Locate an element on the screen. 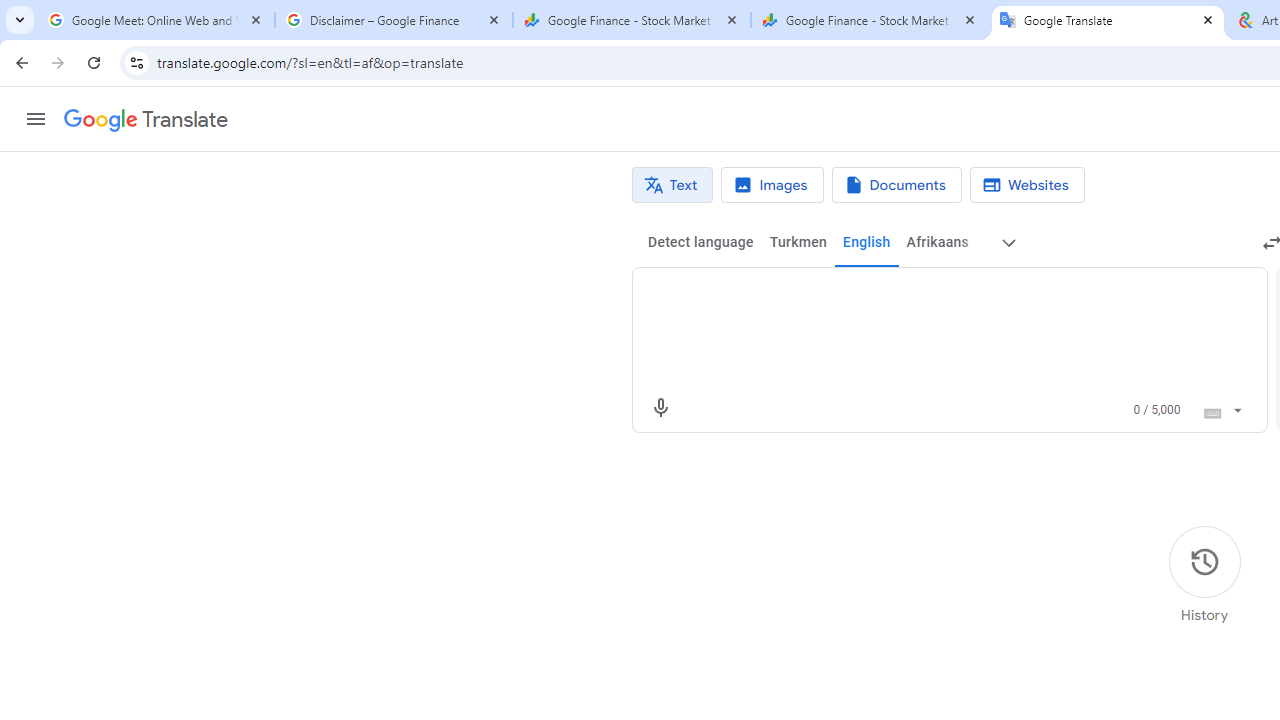 The image size is (1280, 720). 'Image translation' is located at coordinates (771, 185).